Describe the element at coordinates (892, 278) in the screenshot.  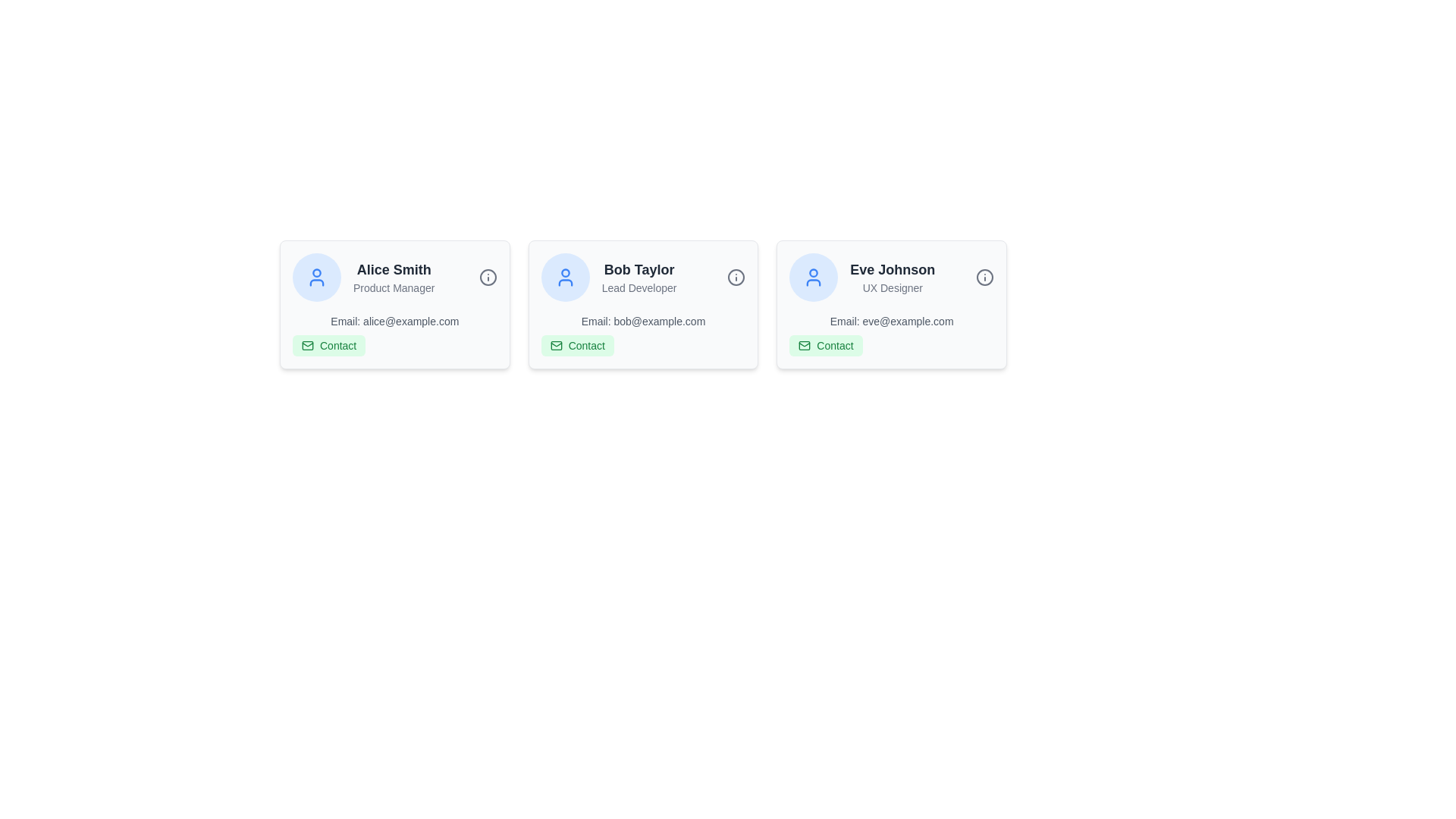
I see `the Profile header section, which displays the user's avatar, name, and role, located in the third card of three horizontally arranged cards` at that location.